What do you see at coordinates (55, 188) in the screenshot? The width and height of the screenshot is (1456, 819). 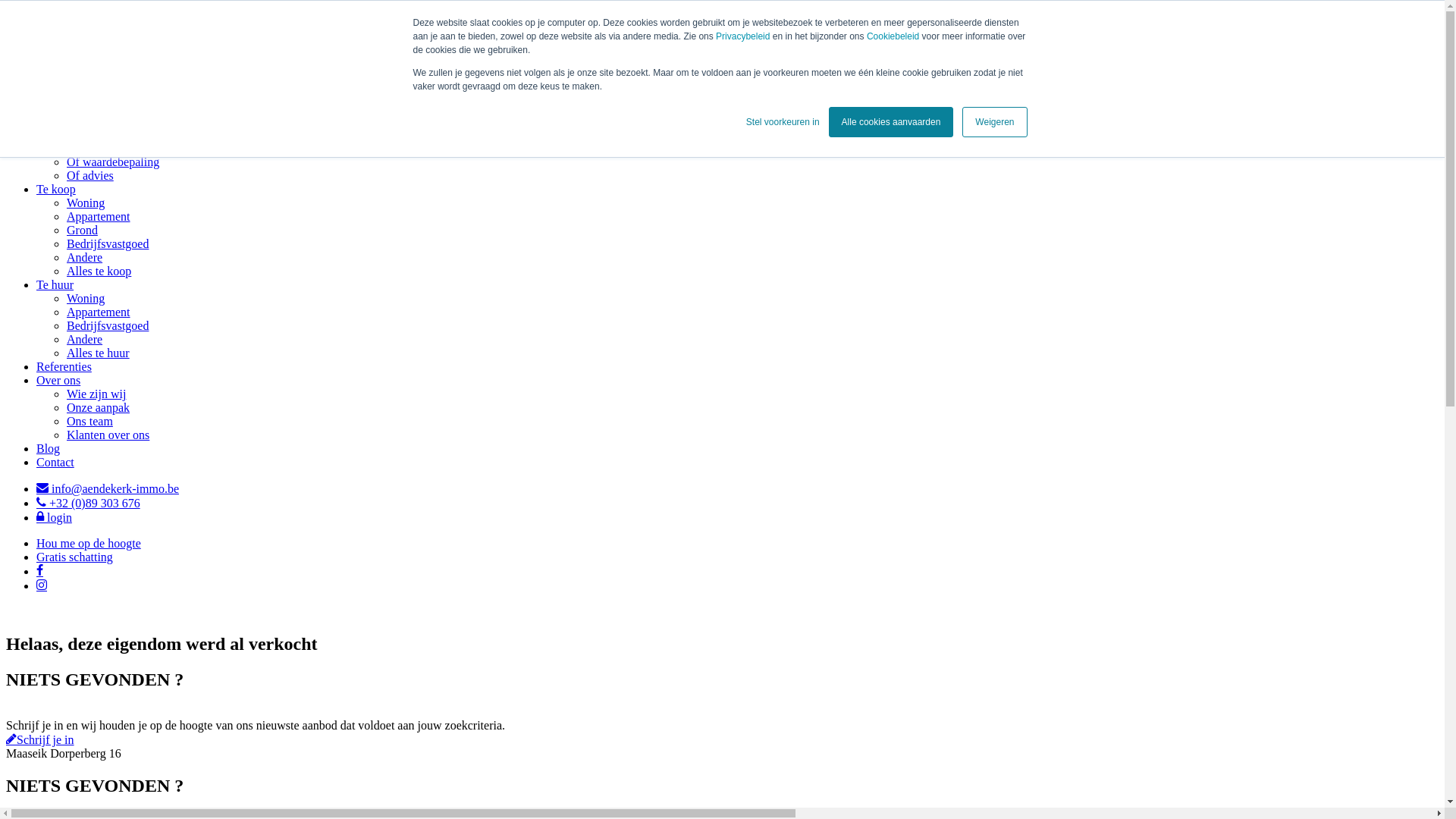 I see `'Te koop'` at bounding box center [55, 188].